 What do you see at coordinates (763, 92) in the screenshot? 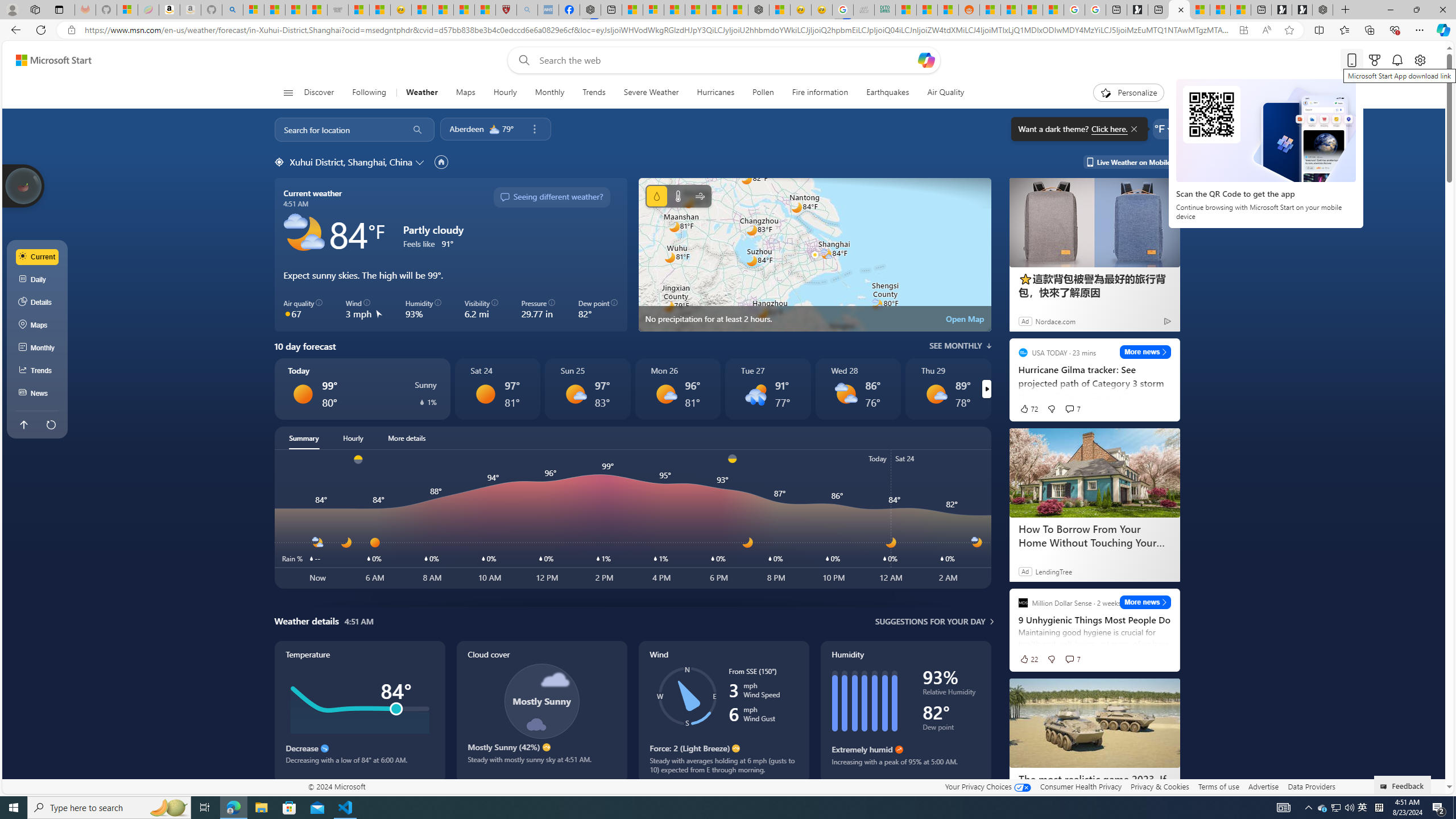
I see `'Pollen'` at bounding box center [763, 92].